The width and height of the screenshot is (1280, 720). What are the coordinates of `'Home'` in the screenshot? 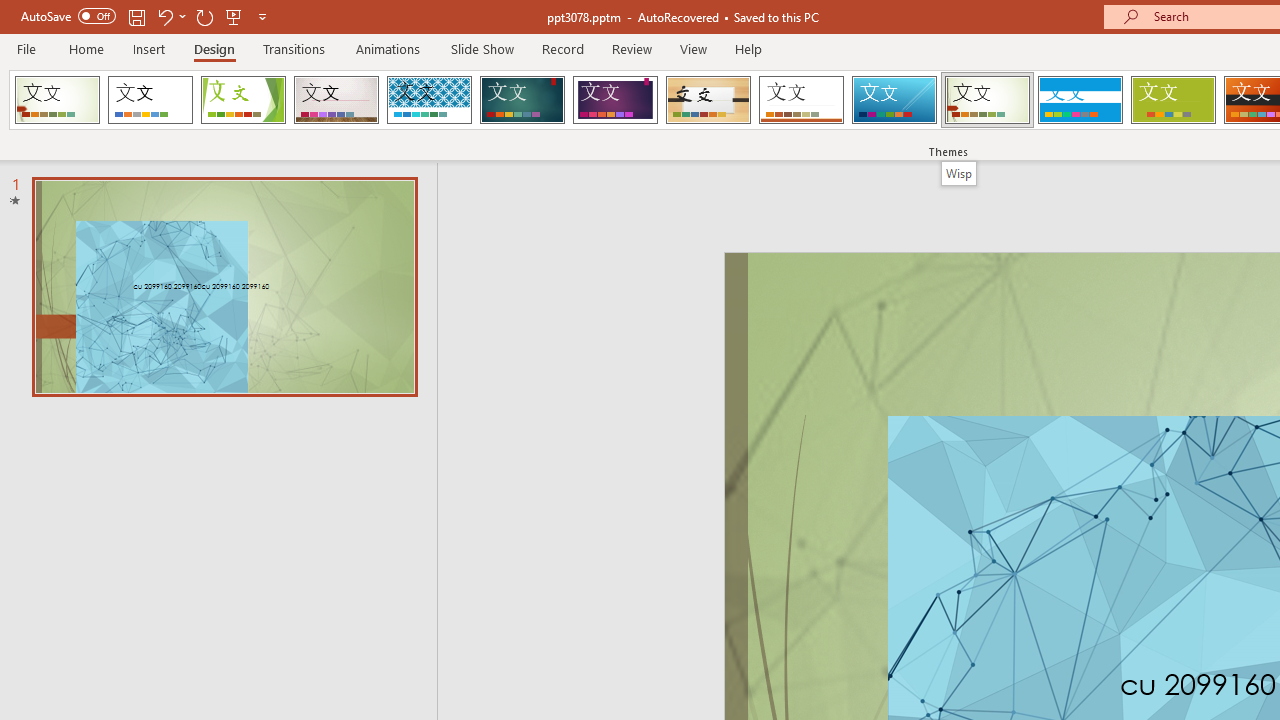 It's located at (85, 48).